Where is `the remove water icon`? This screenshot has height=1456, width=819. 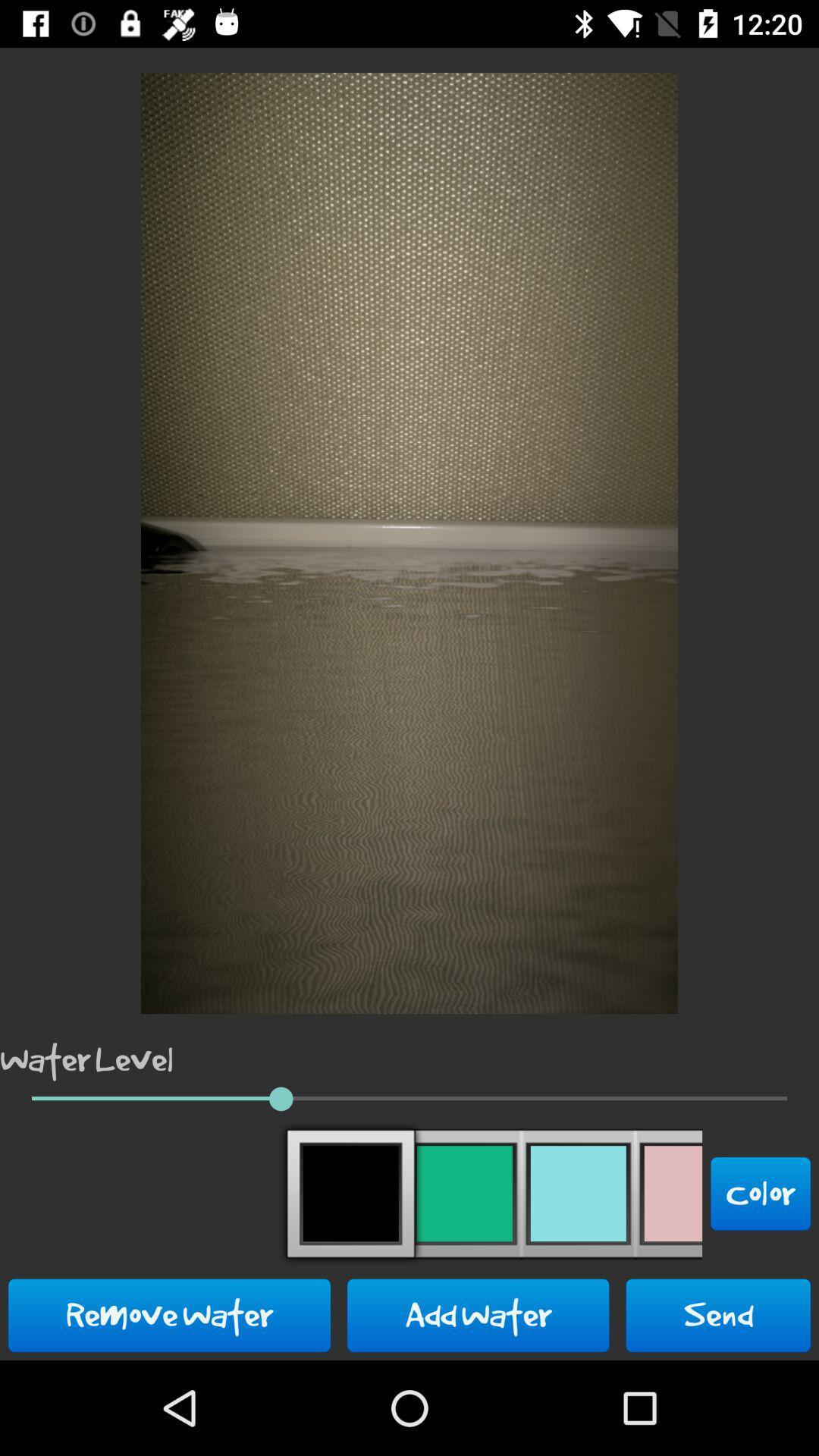 the remove water icon is located at coordinates (169, 1314).